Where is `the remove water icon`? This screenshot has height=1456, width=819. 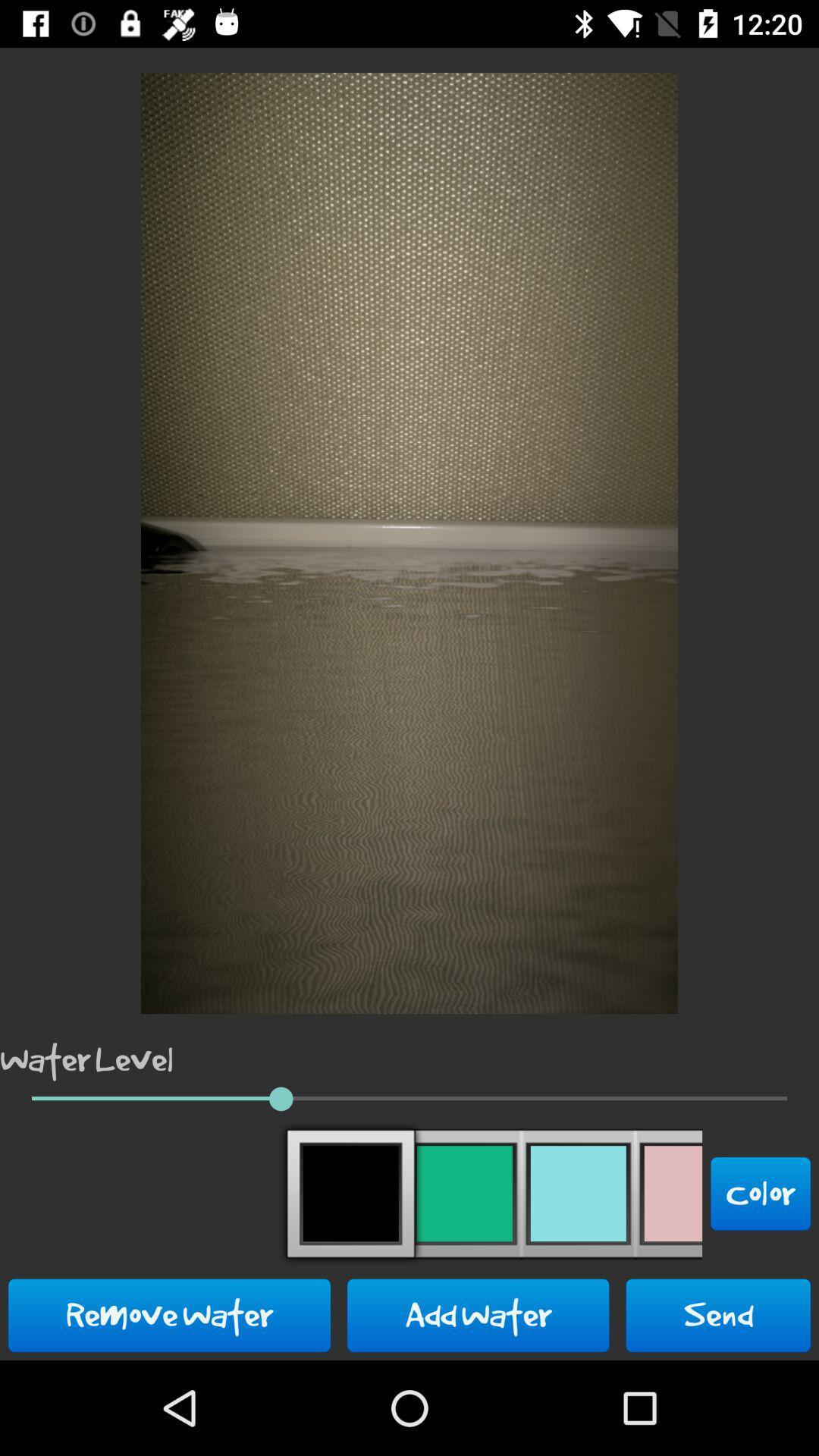 the remove water icon is located at coordinates (169, 1314).